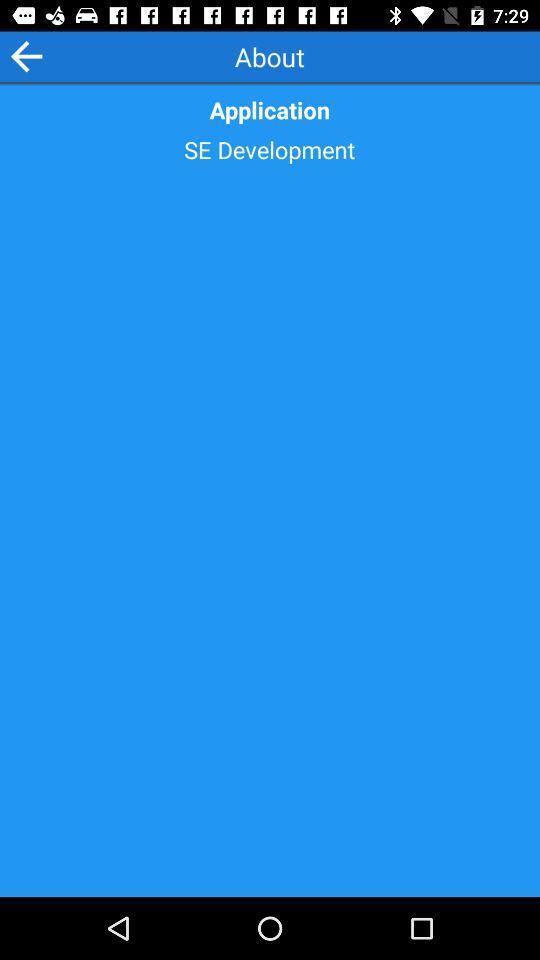 This screenshot has width=540, height=960. I want to click on go back, so click(25, 55).